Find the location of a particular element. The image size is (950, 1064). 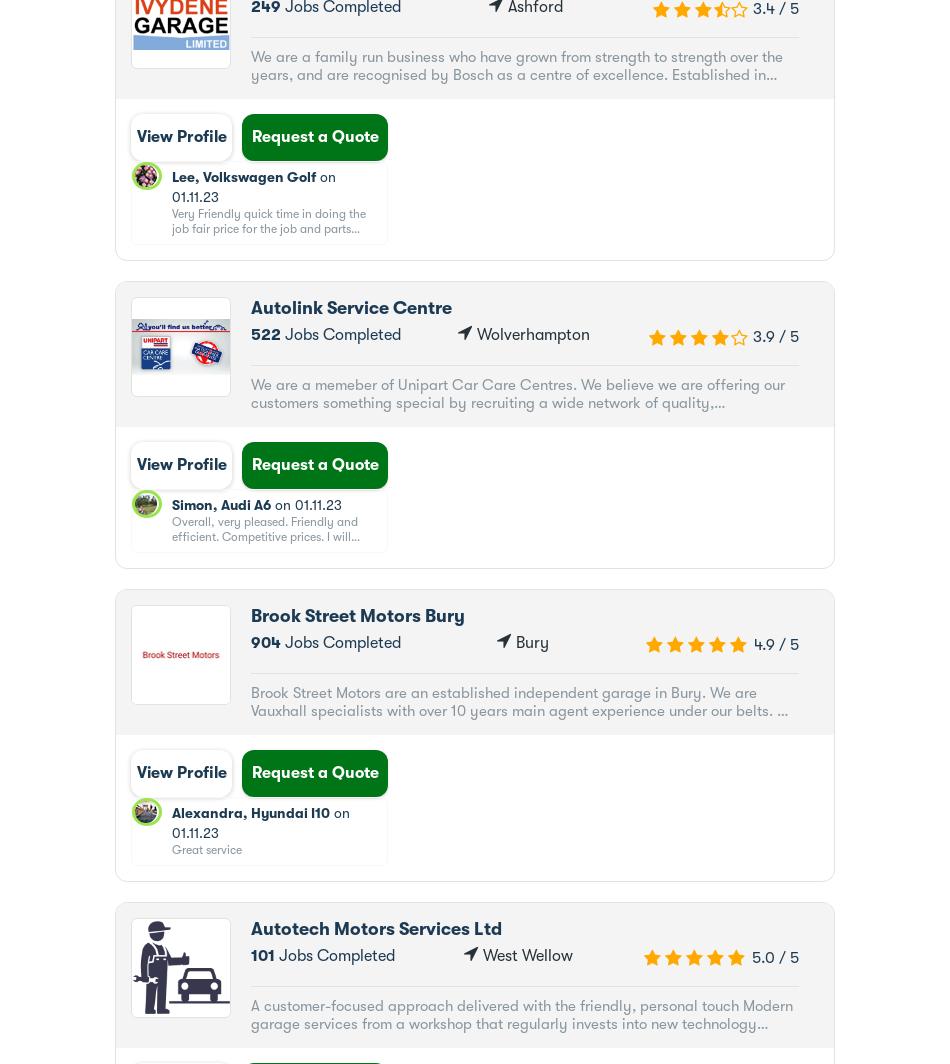

'5.0' is located at coordinates (762, 956).